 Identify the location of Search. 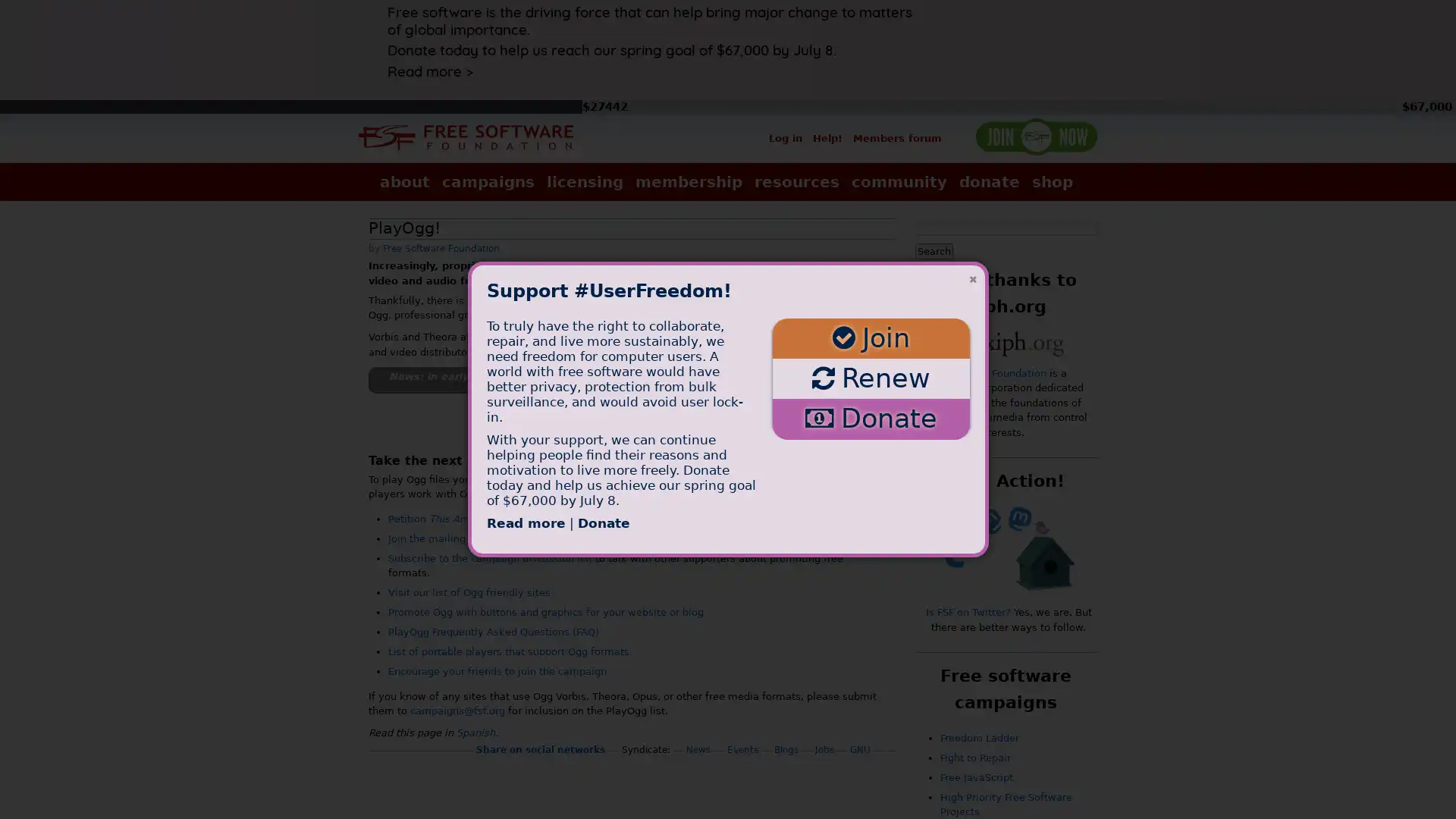
(934, 249).